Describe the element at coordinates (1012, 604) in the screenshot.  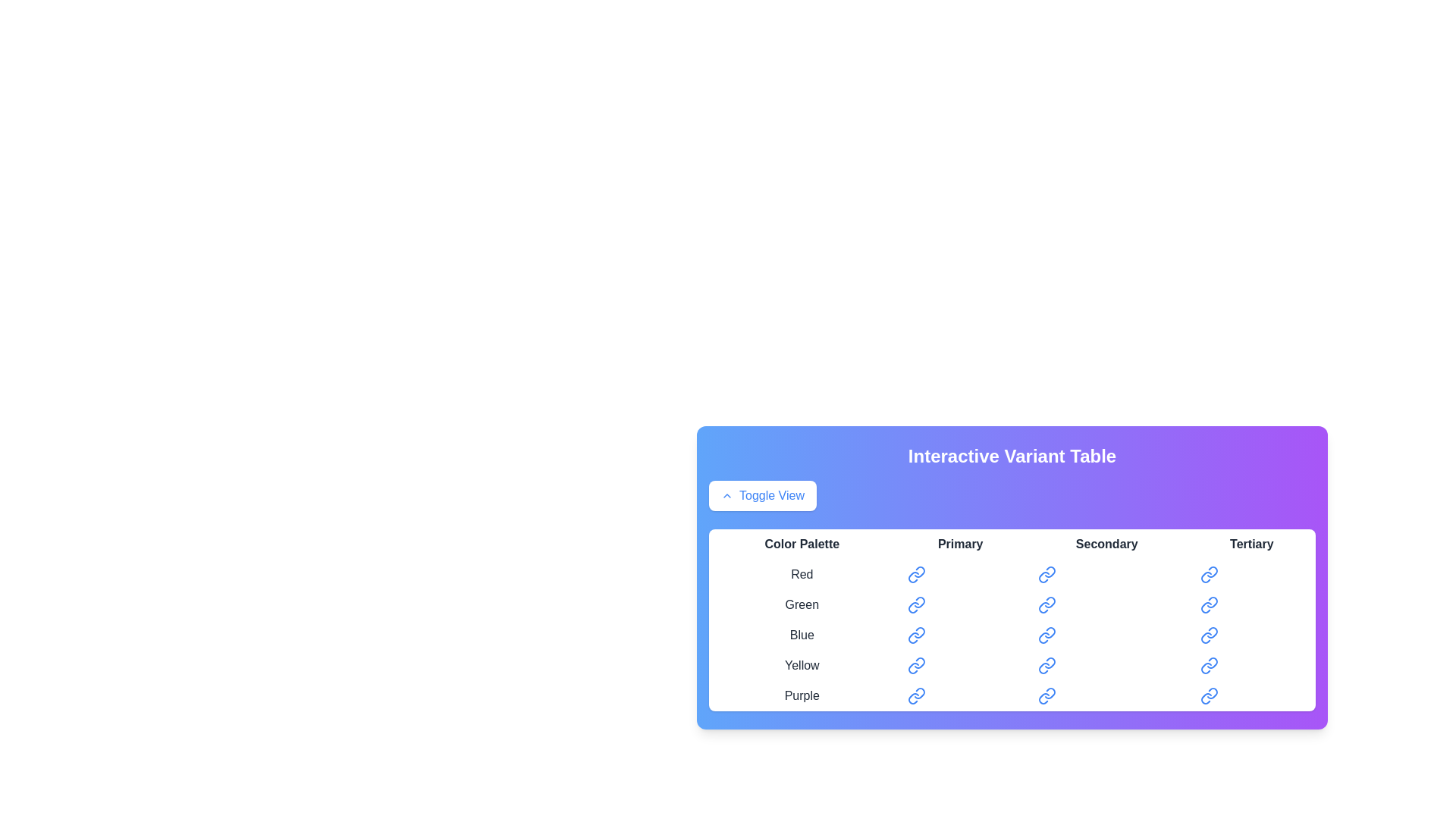
I see `the table row element labeled 'Green', which visually groups related information in the second row of the table` at that location.